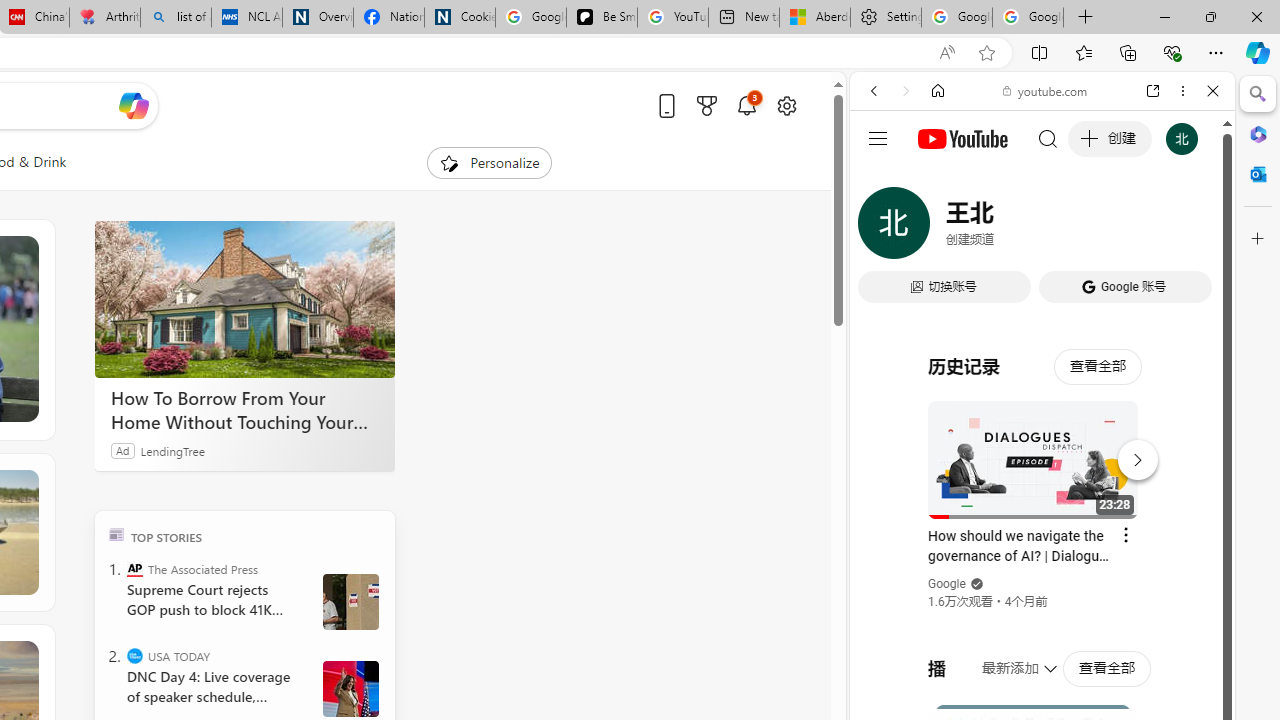 This screenshot has height=720, width=1280. I want to click on 'Personalize', so click(488, 162).